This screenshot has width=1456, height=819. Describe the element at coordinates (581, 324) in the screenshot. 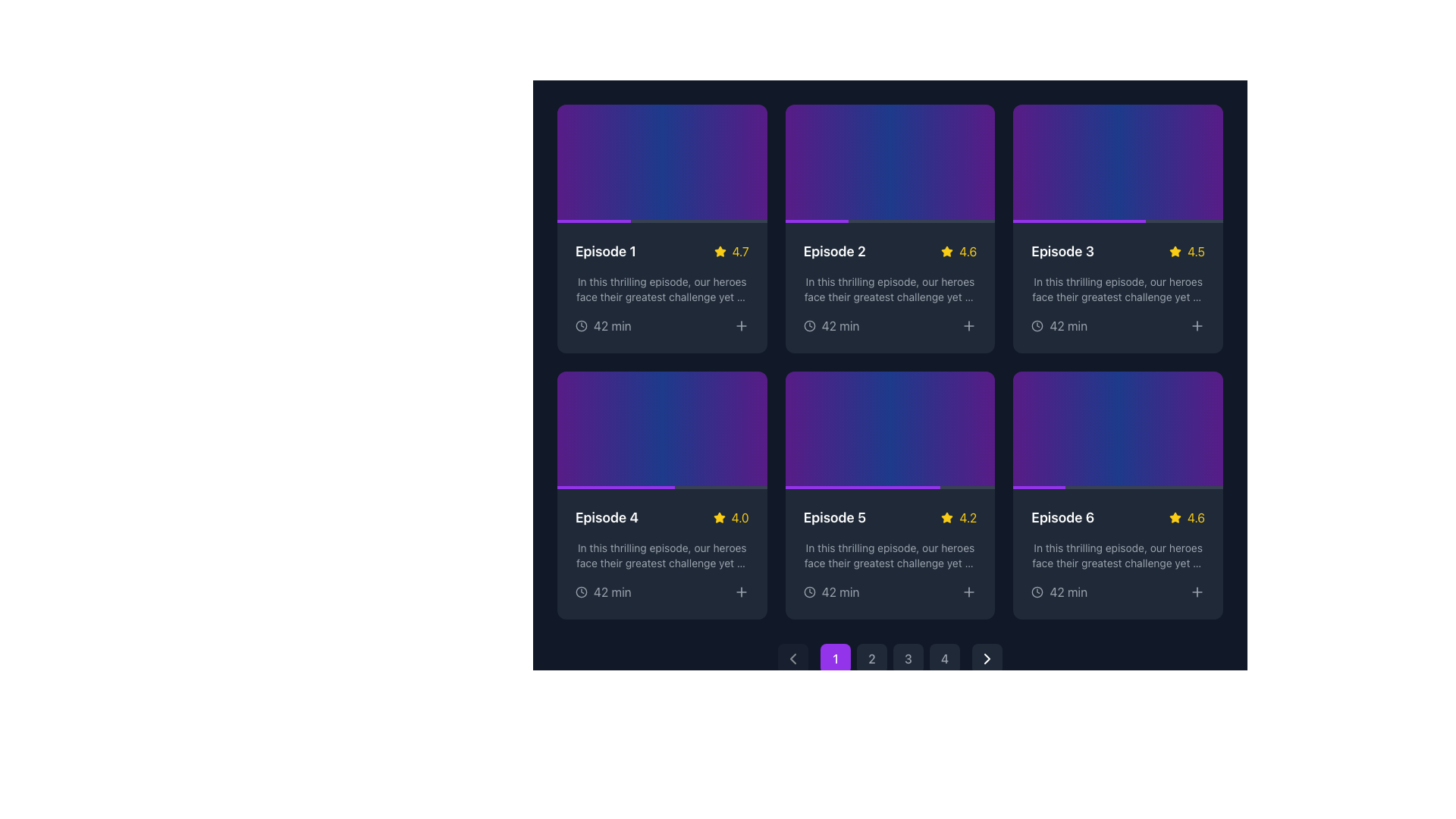

I see `the time duration indicator icon located in the first card of the grid layout, positioned below 'Episode 1' and to the left of '42 min'` at that location.